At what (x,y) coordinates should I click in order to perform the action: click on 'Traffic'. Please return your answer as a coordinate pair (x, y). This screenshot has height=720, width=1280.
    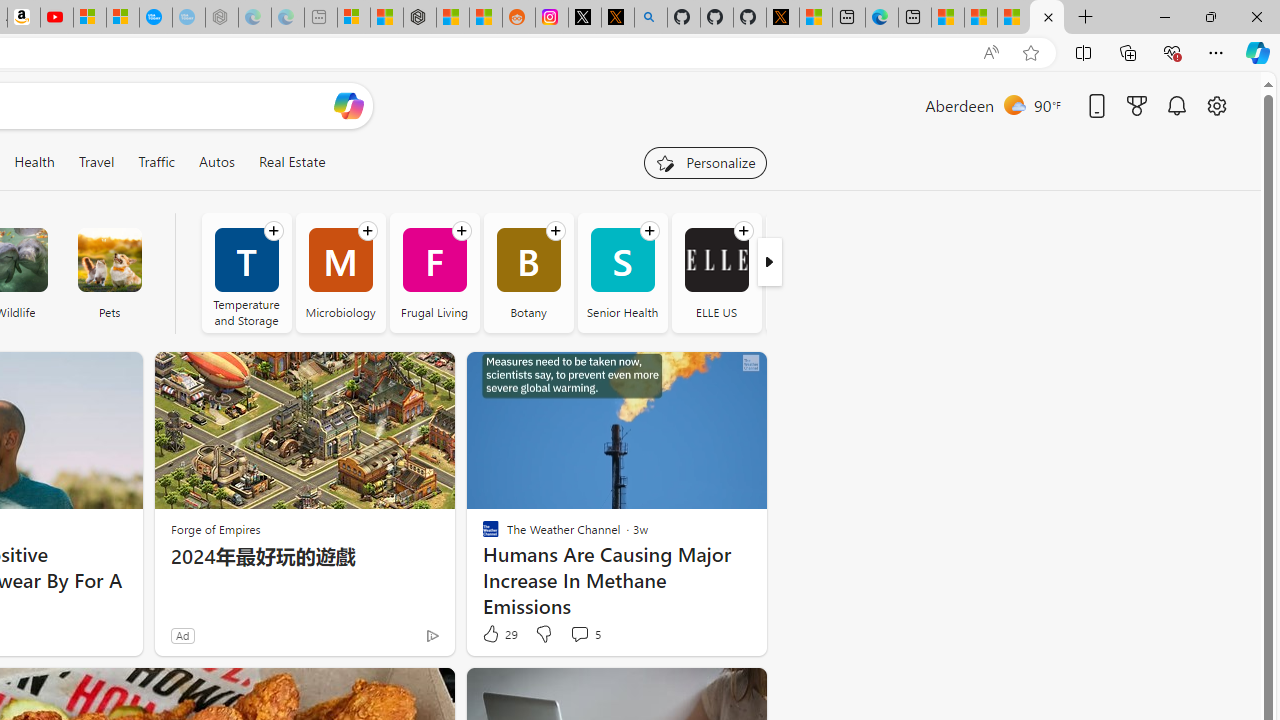
    Looking at the image, I should click on (155, 161).